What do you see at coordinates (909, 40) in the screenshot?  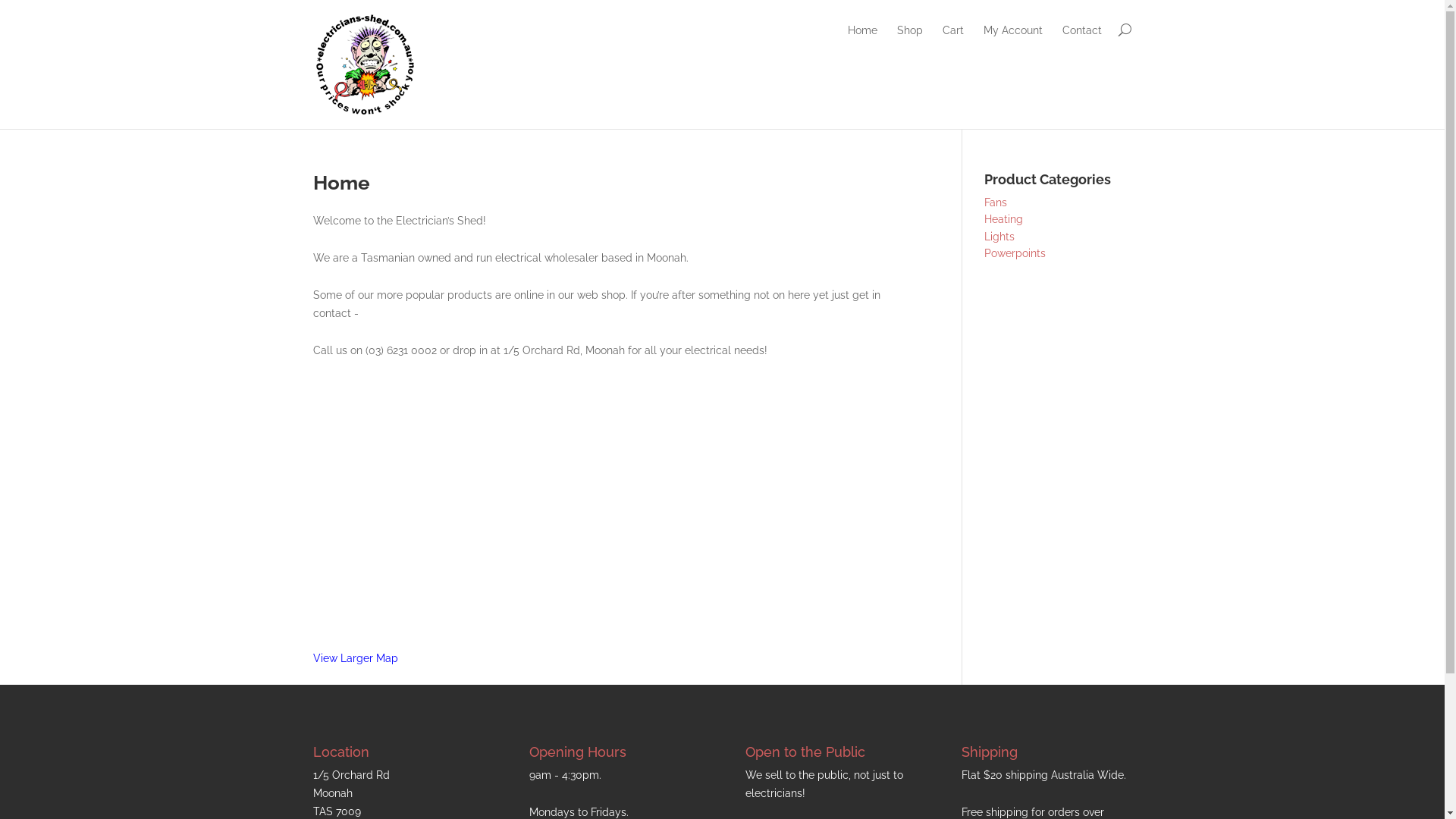 I see `'Shop'` at bounding box center [909, 40].